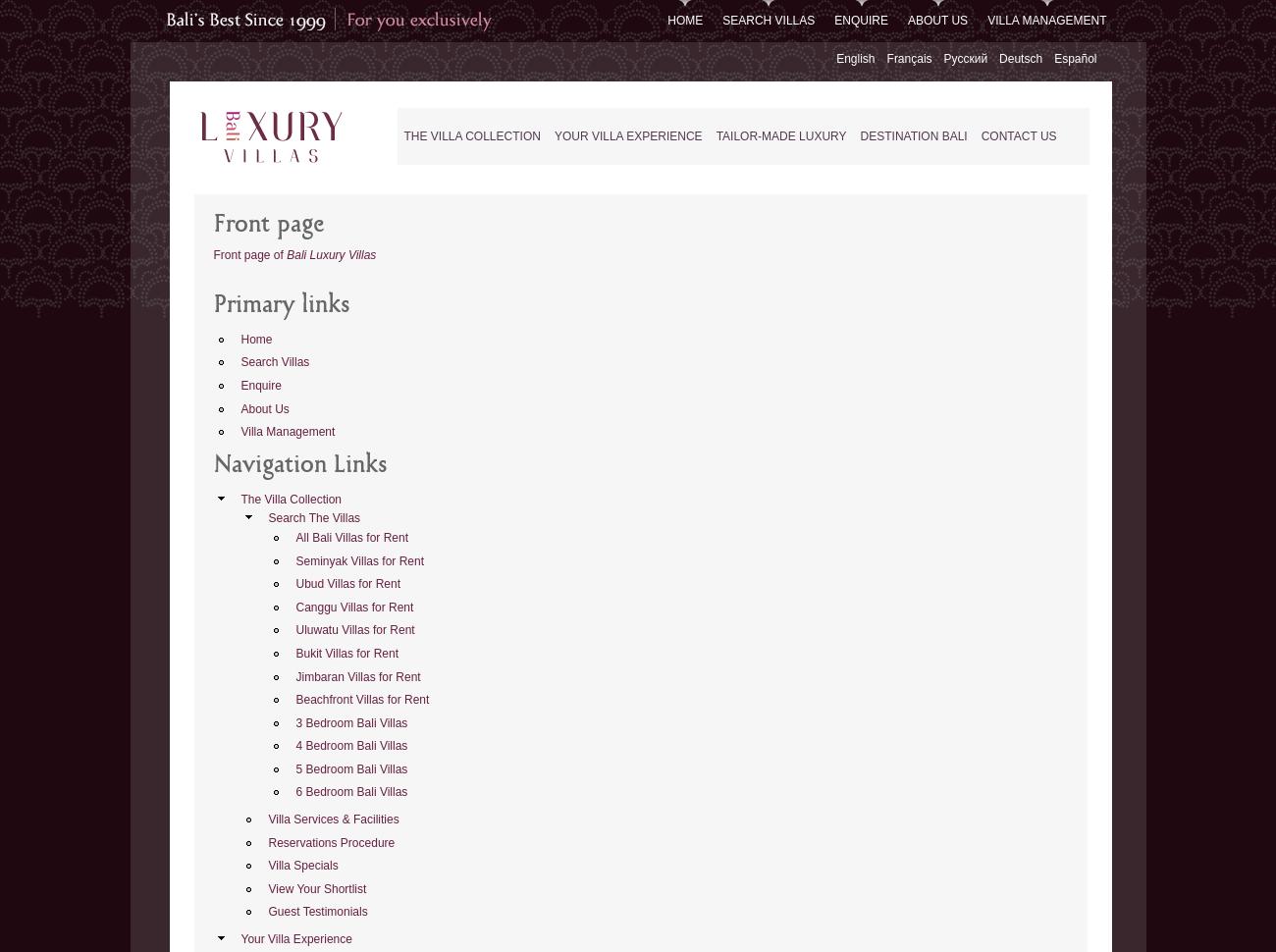 The width and height of the screenshot is (1276, 952). What do you see at coordinates (350, 535) in the screenshot?
I see `'All Bali Villas for Rent'` at bounding box center [350, 535].